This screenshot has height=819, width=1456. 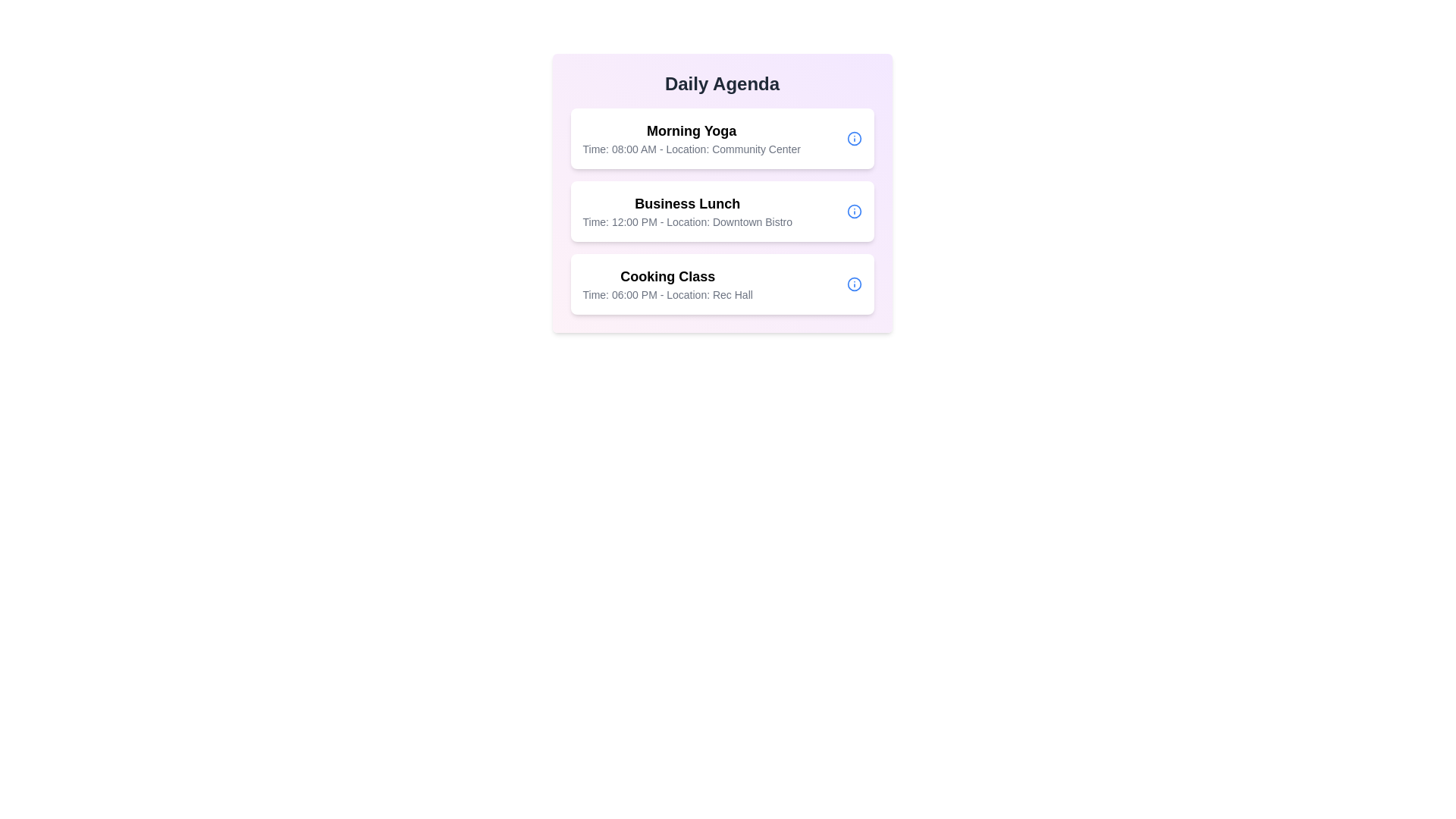 What do you see at coordinates (854, 211) in the screenshot?
I see `the information button for the activity Business Lunch` at bounding box center [854, 211].